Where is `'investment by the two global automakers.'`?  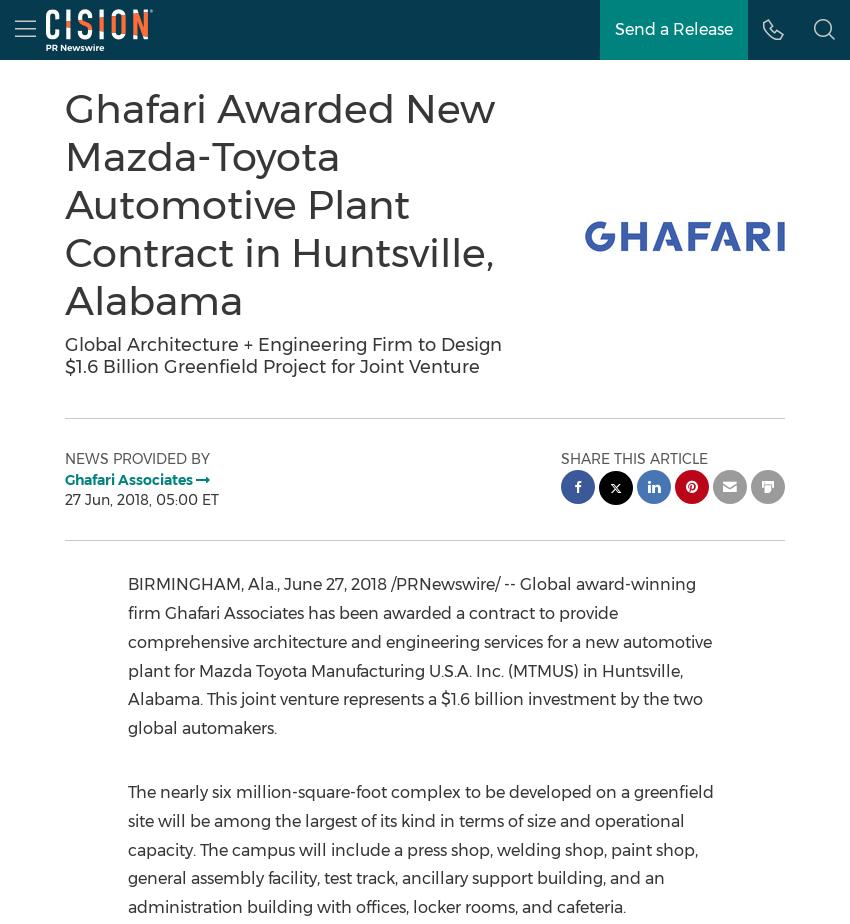
'investment by the two global automakers.' is located at coordinates (414, 713).